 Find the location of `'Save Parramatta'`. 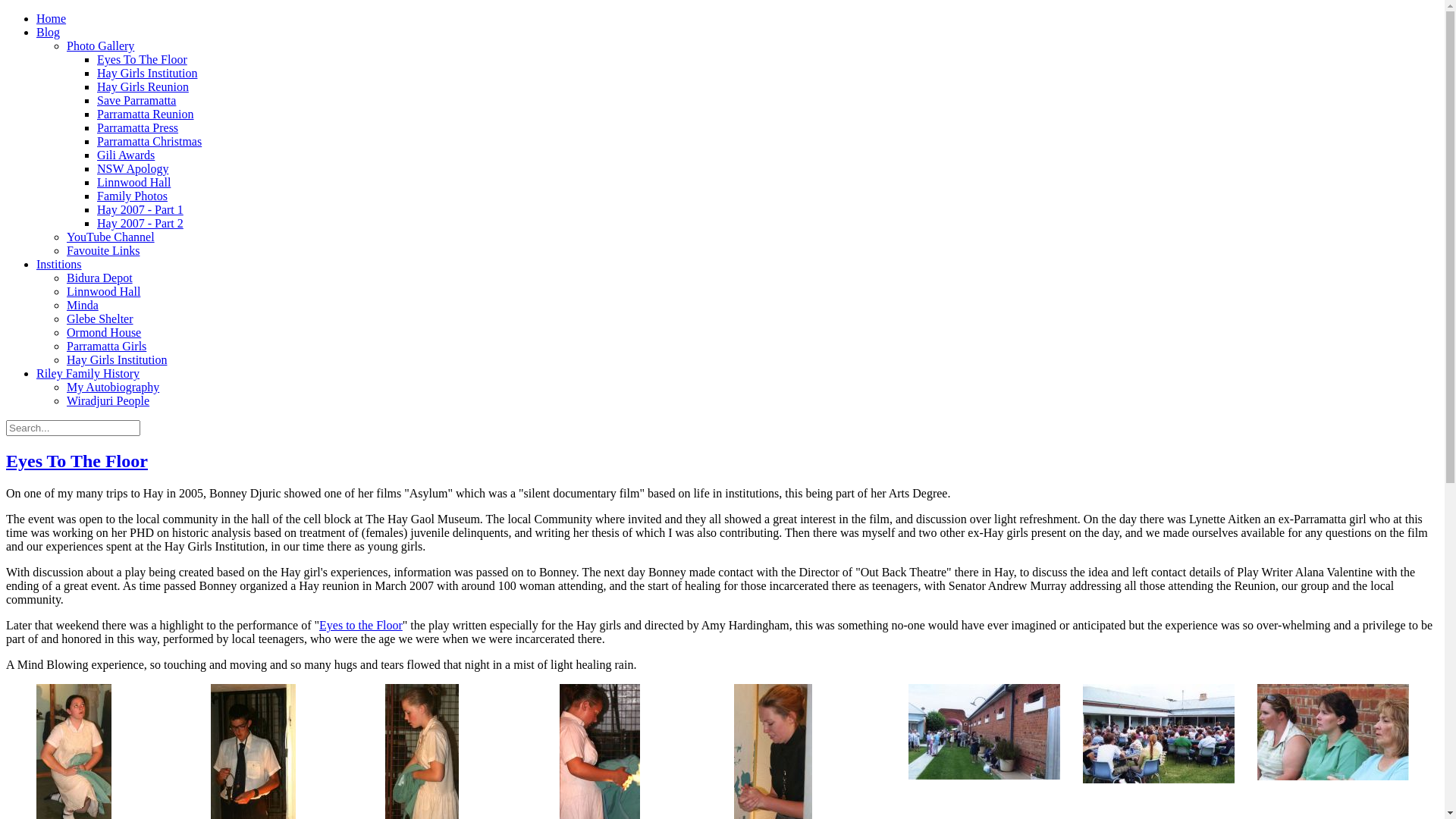

'Save Parramatta' is located at coordinates (96, 100).